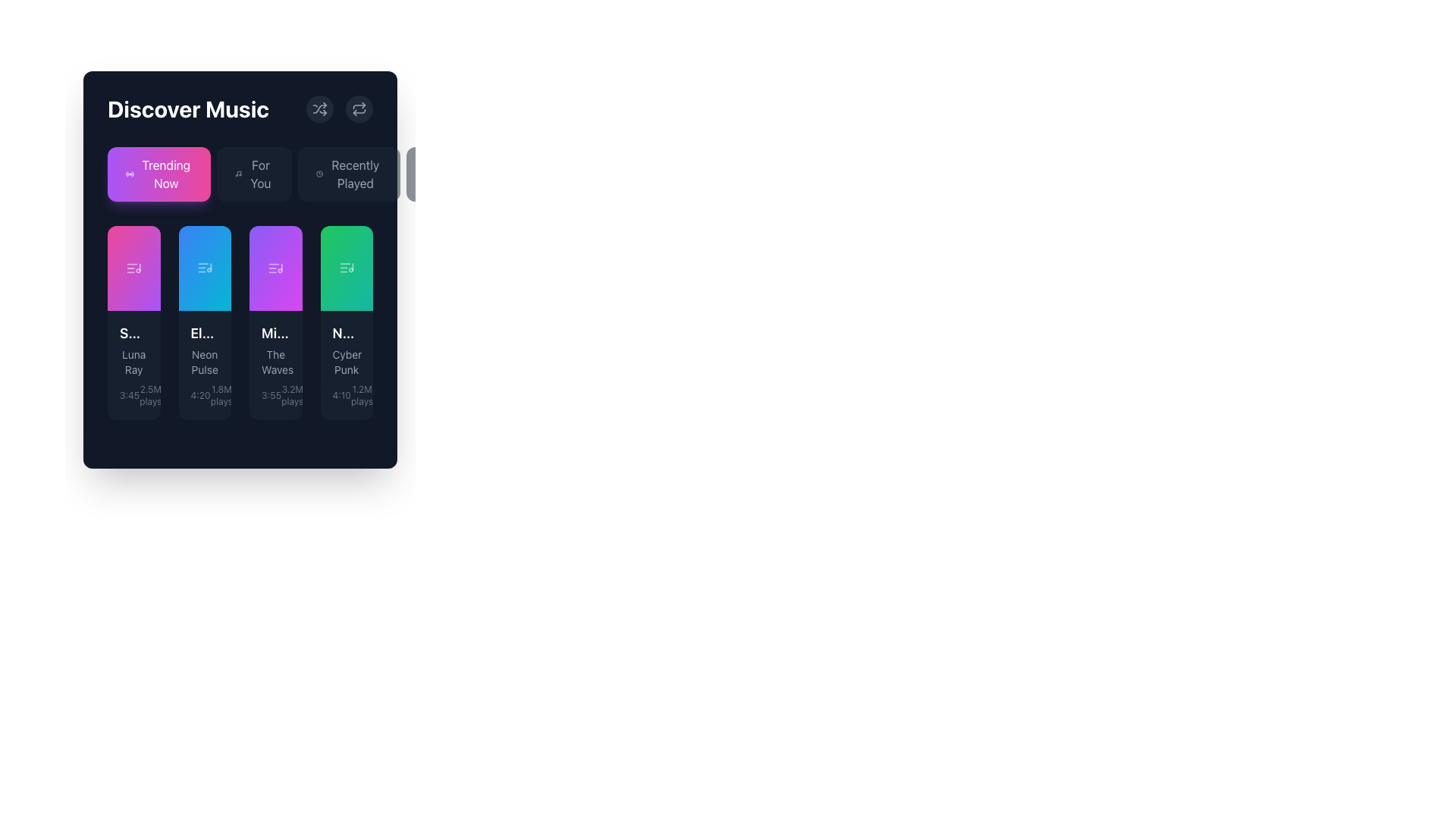  I want to click on the play icon located centrally within the green card labeled 'Cyber Punk', so click(347, 268).